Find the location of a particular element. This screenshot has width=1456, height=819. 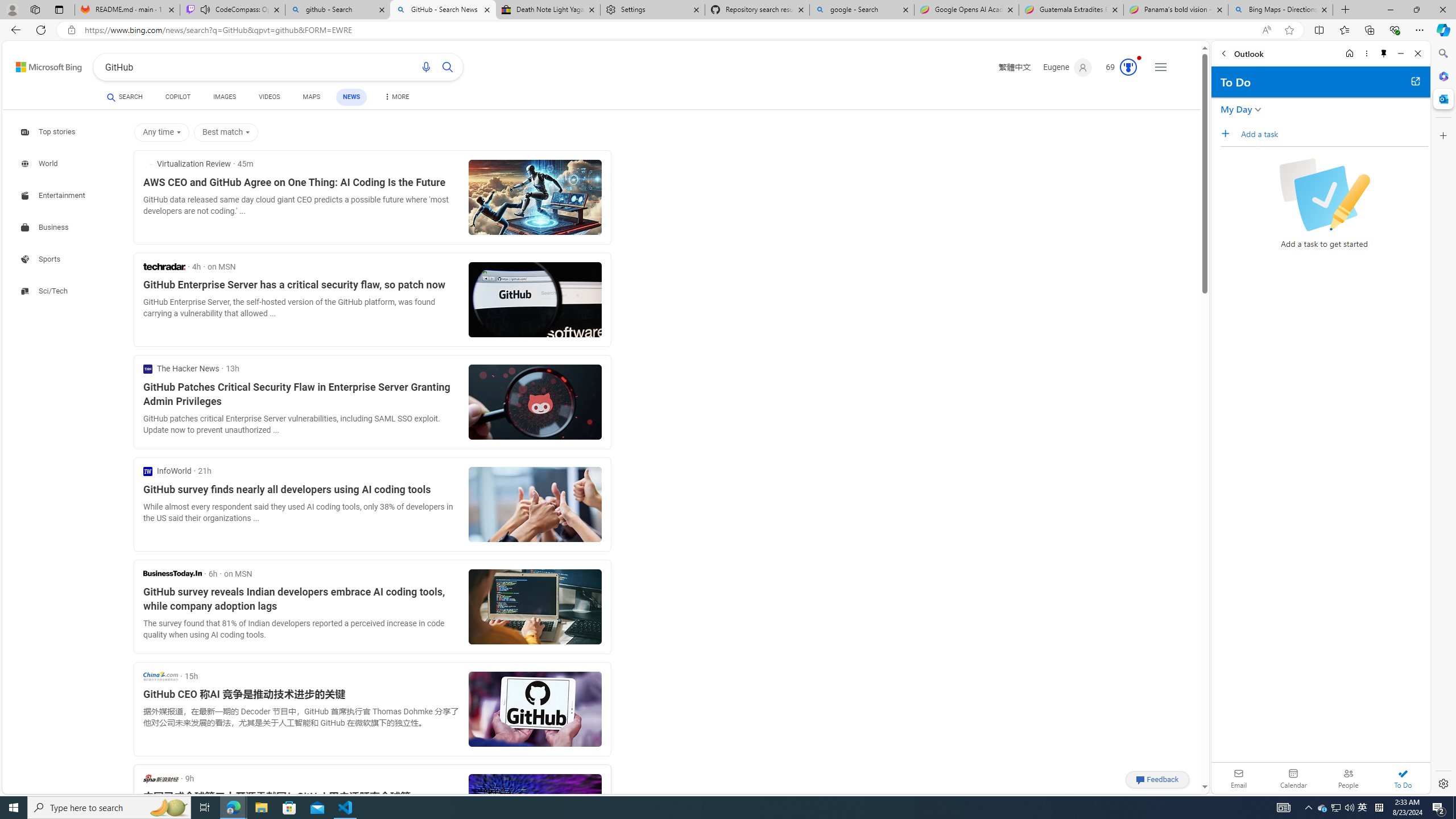

'NEWS' is located at coordinates (350, 96).